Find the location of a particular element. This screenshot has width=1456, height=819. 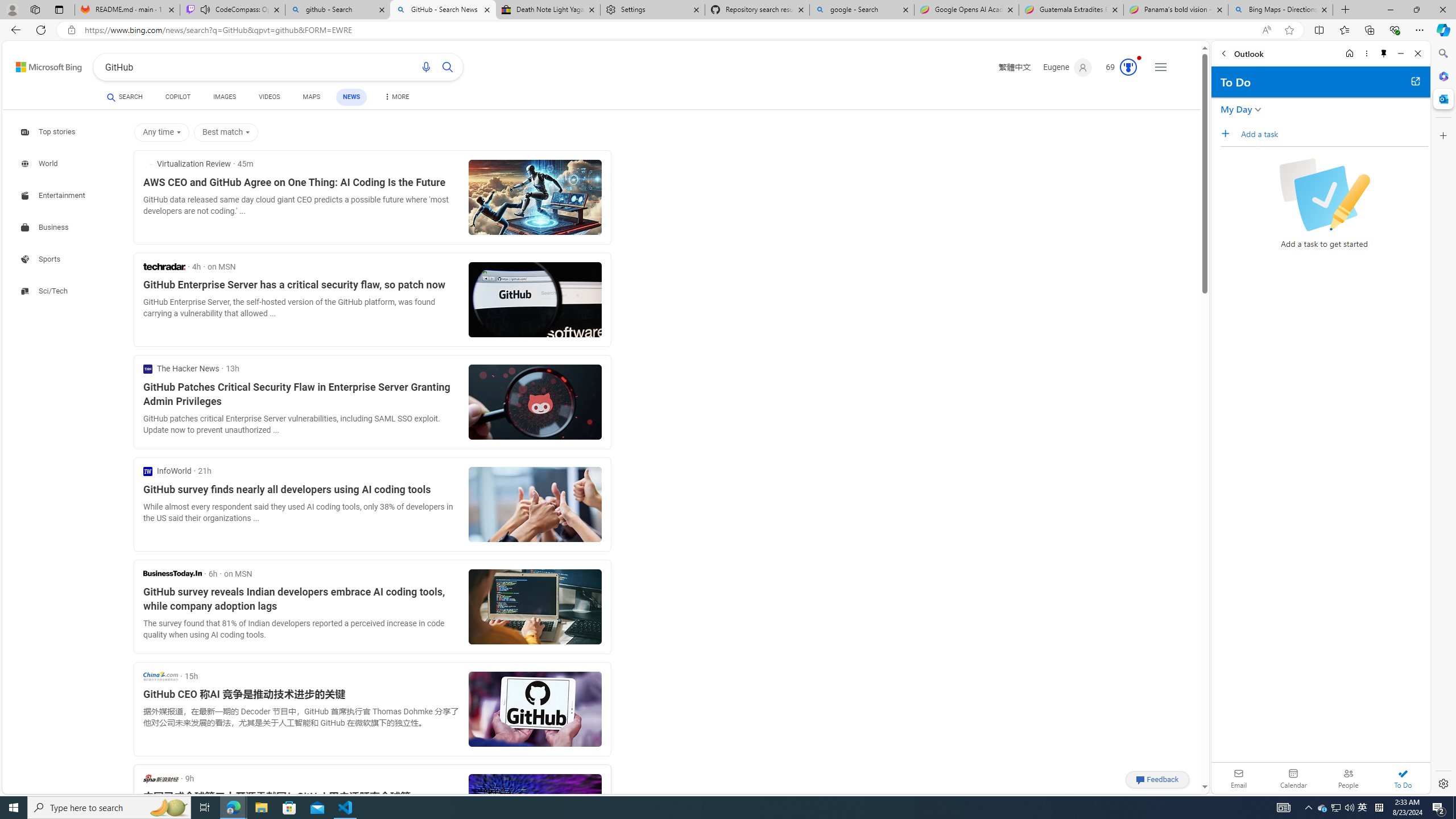

'NEWS' is located at coordinates (350, 96).